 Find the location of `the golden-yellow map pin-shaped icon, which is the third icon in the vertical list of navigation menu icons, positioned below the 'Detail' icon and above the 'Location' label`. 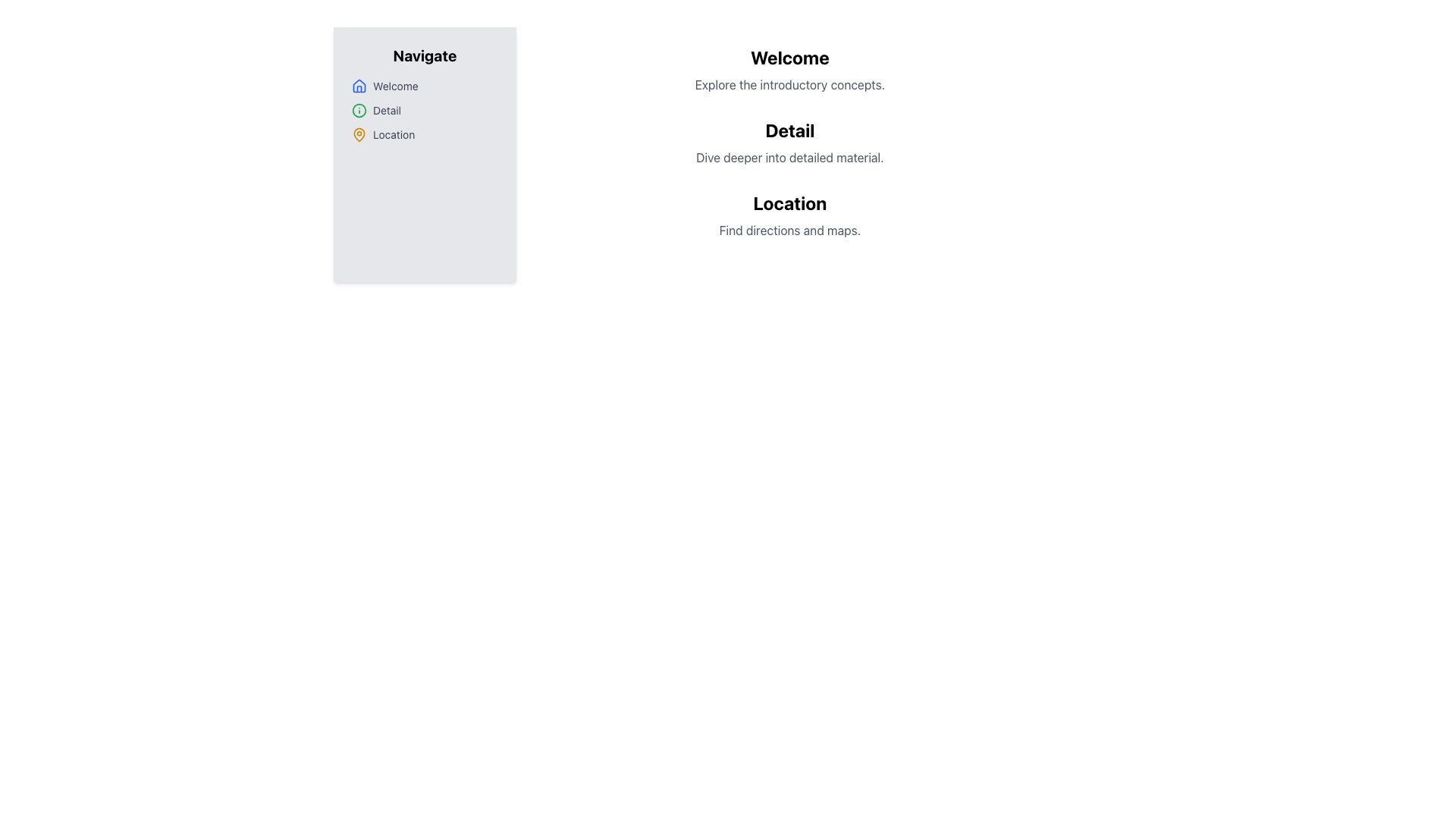

the golden-yellow map pin-shaped icon, which is the third icon in the vertical list of navigation menu icons, positioned below the 'Detail' icon and above the 'Location' label is located at coordinates (359, 133).